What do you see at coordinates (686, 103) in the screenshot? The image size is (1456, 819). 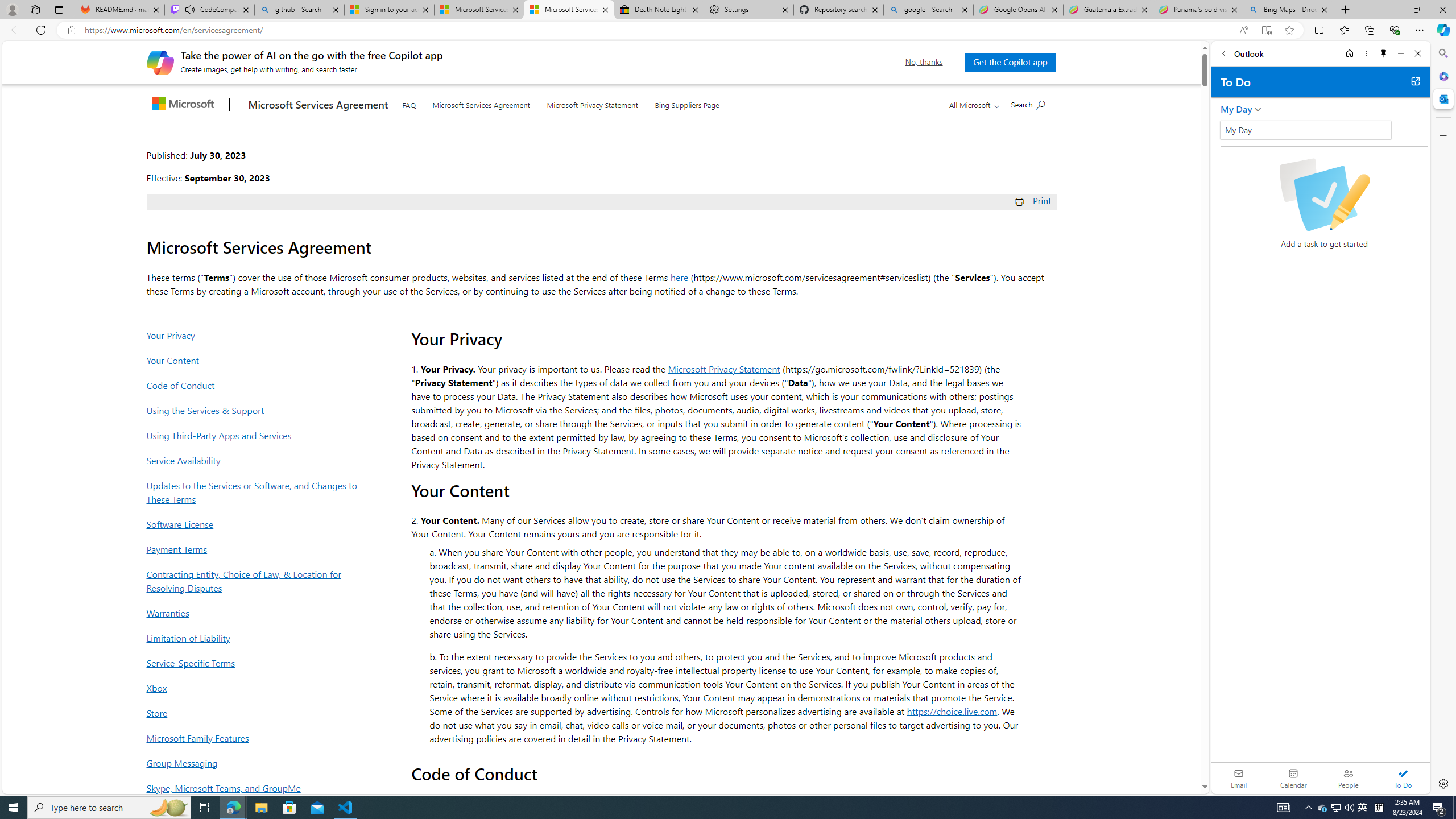 I see `'Bing Suppliers Page'` at bounding box center [686, 103].